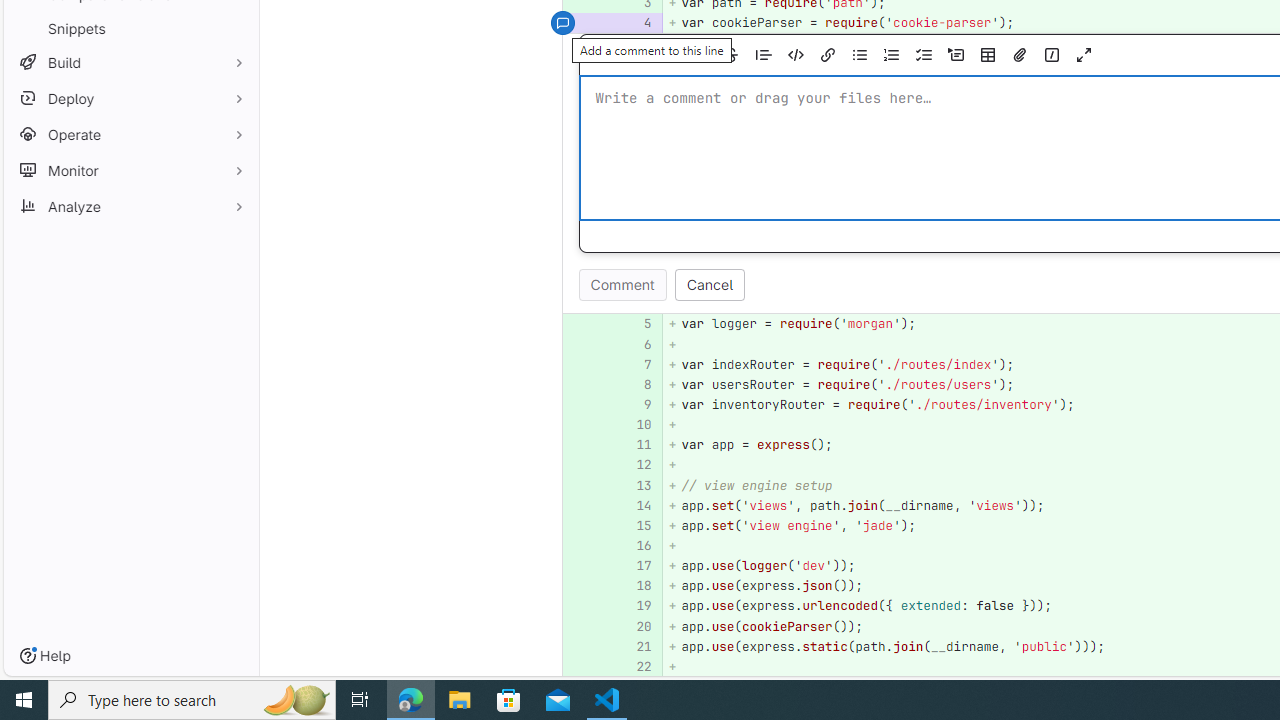 The width and height of the screenshot is (1280, 720). Describe the element at coordinates (922, 54) in the screenshot. I see `'Add a checklist'` at that location.